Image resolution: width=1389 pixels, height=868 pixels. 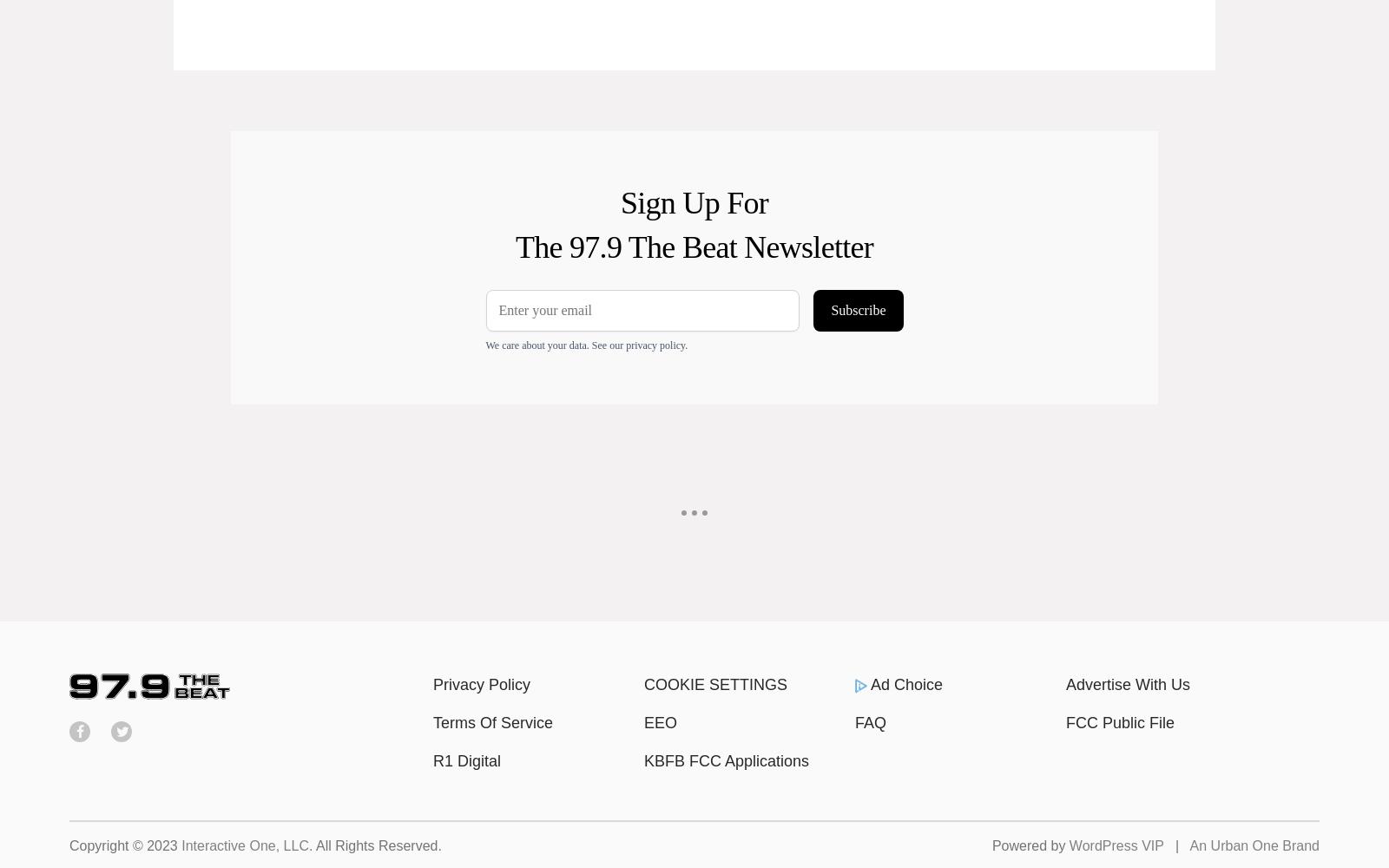 What do you see at coordinates (694, 247) in the screenshot?
I see `'The 97.9 The Beat Newsletter'` at bounding box center [694, 247].